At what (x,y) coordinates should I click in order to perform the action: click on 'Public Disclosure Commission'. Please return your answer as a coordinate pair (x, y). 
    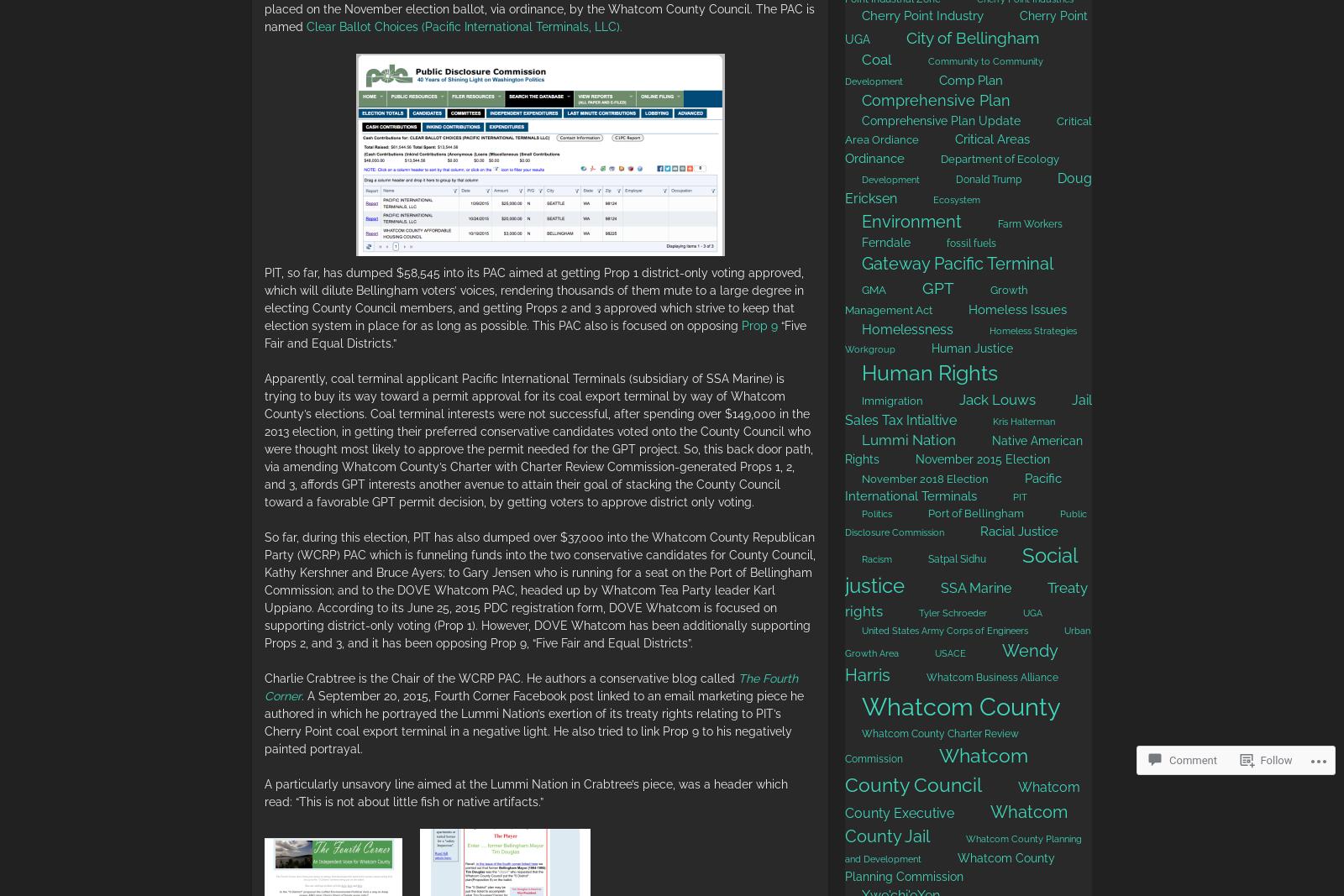
    Looking at the image, I should click on (966, 523).